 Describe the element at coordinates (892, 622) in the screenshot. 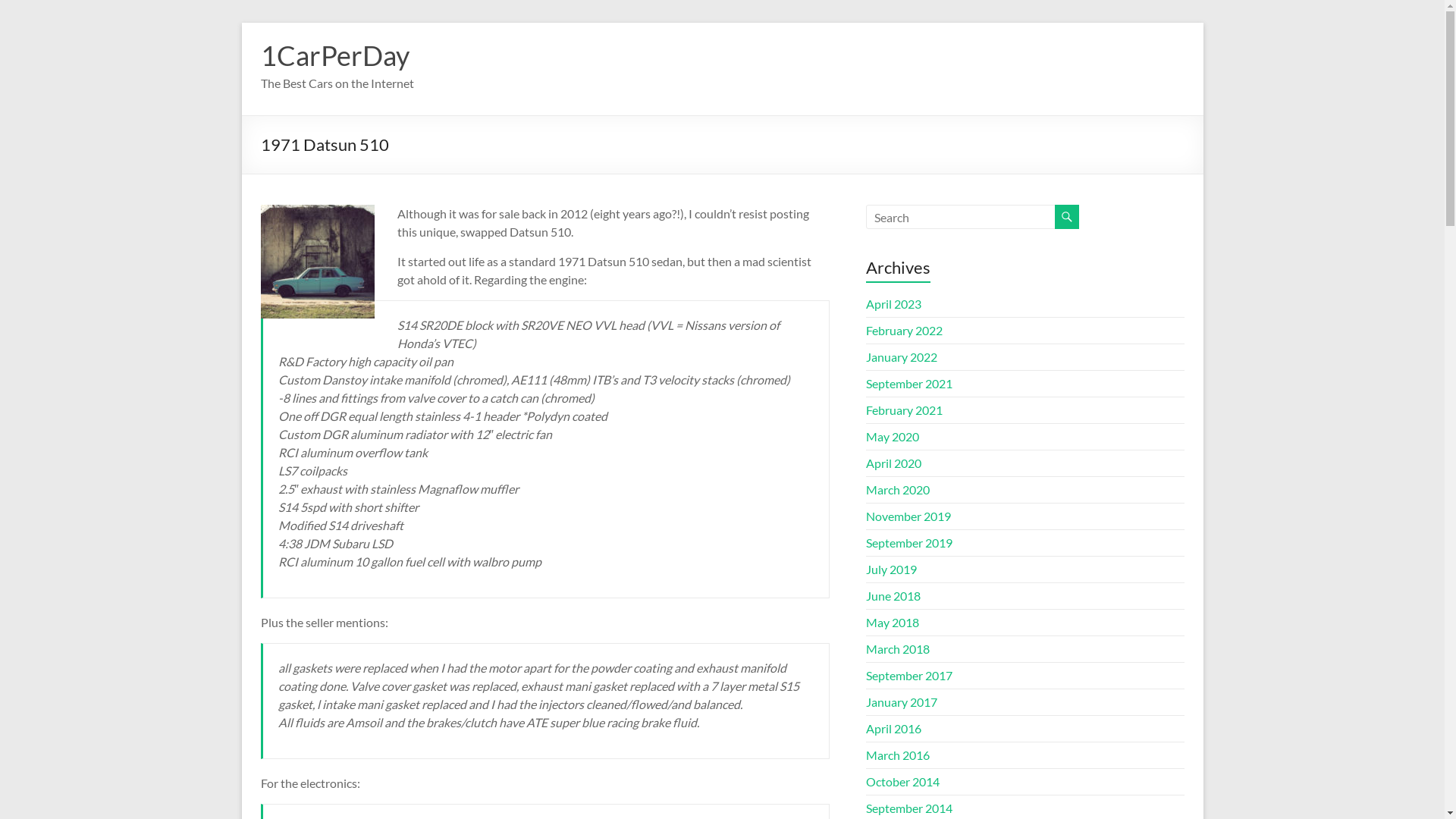

I see `'May 2018'` at that location.